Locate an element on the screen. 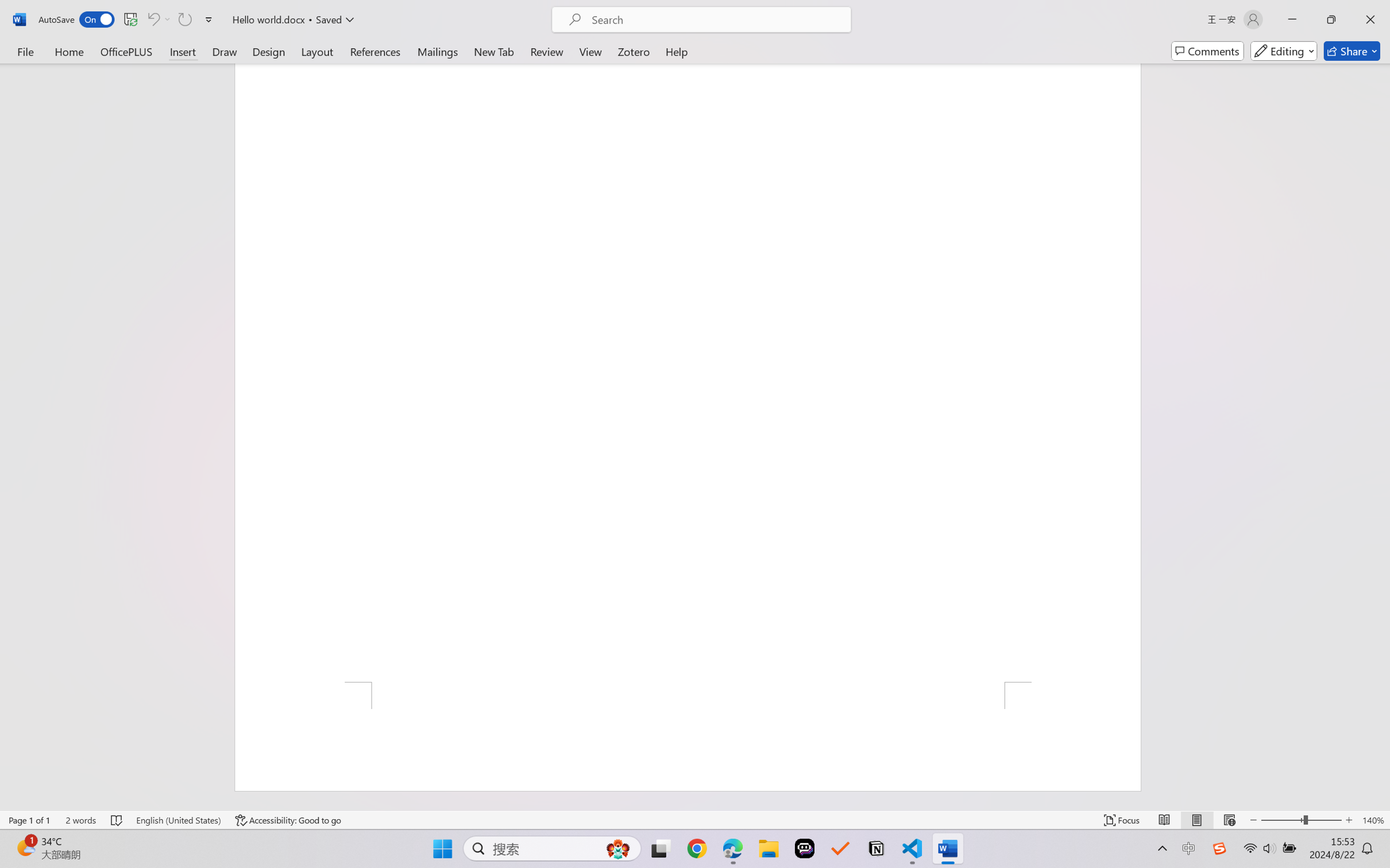 This screenshot has width=1390, height=868. 'Minimize' is located at coordinates (1292, 19).